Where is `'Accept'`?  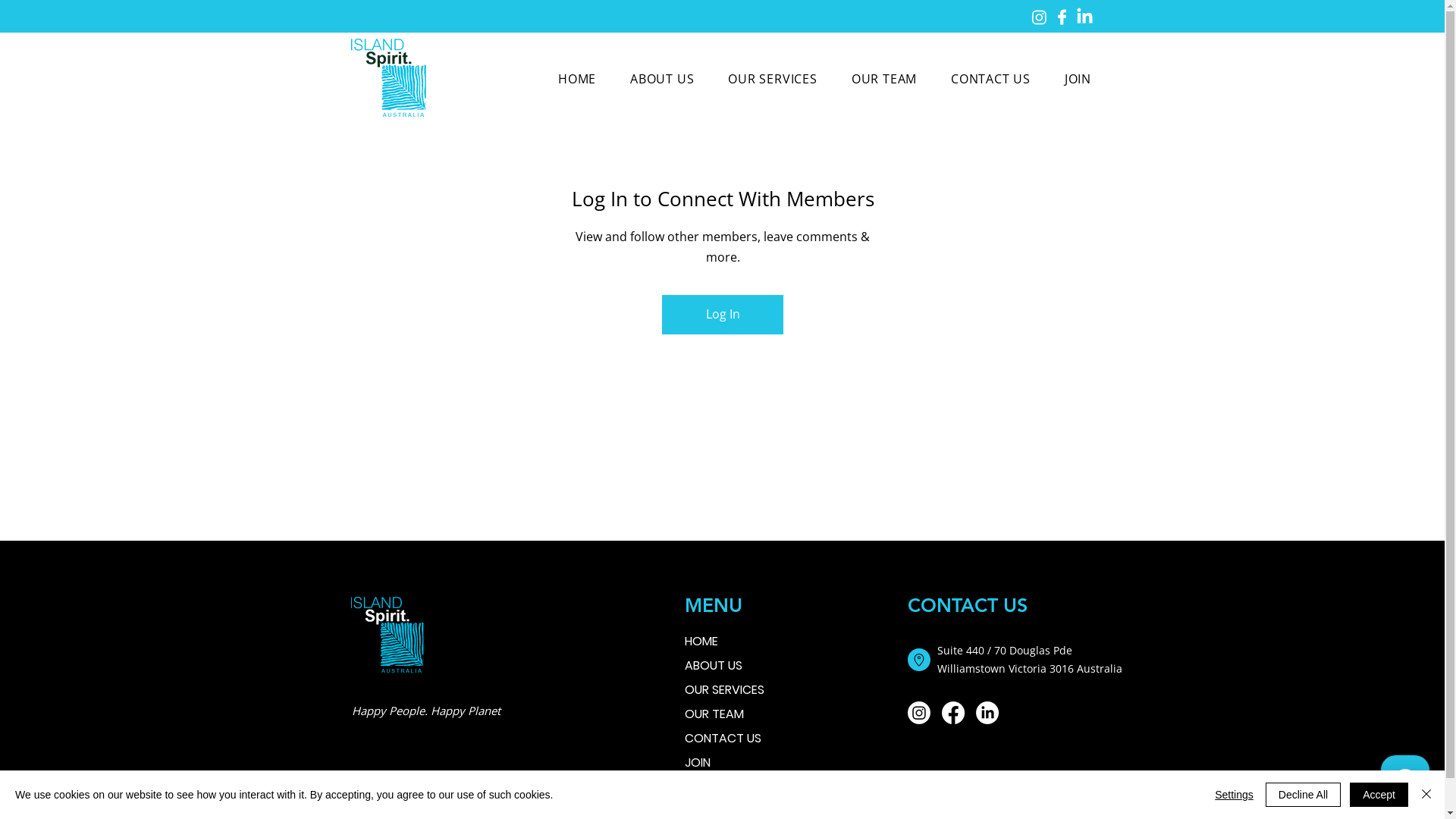
'Accept' is located at coordinates (1379, 794).